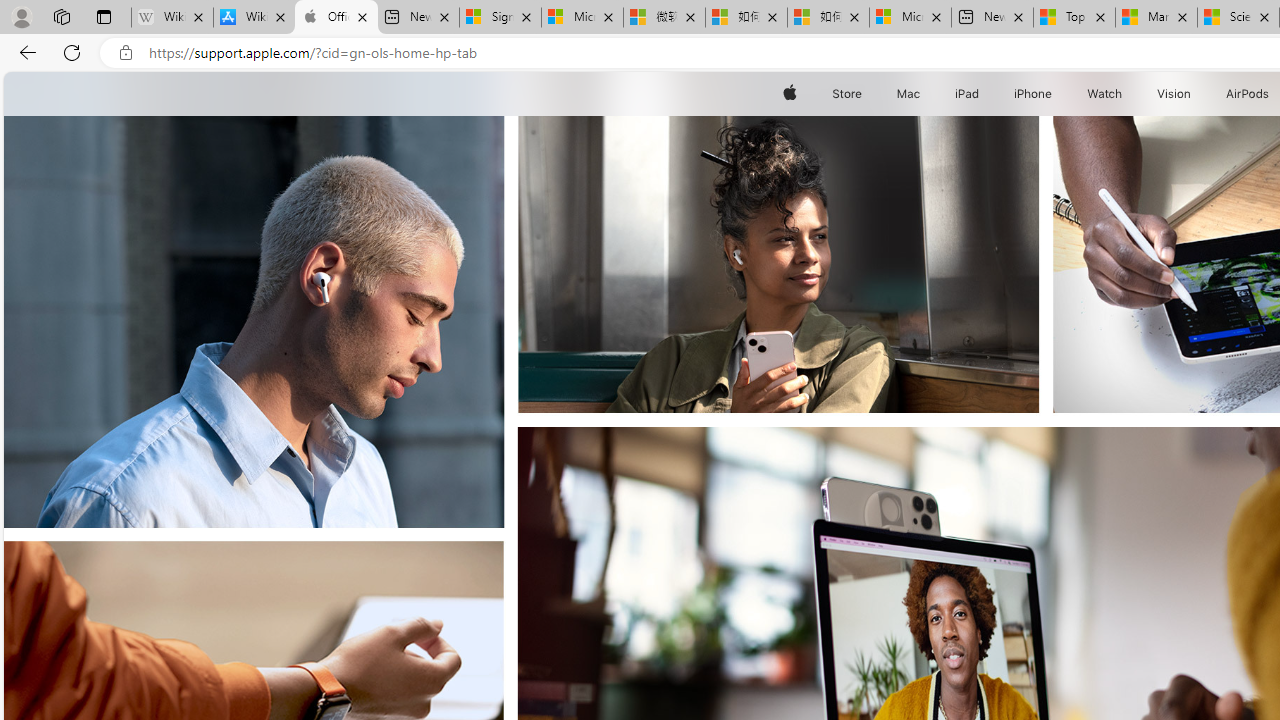 The width and height of the screenshot is (1280, 720). What do you see at coordinates (966, 93) in the screenshot?
I see `'iPad'` at bounding box center [966, 93].